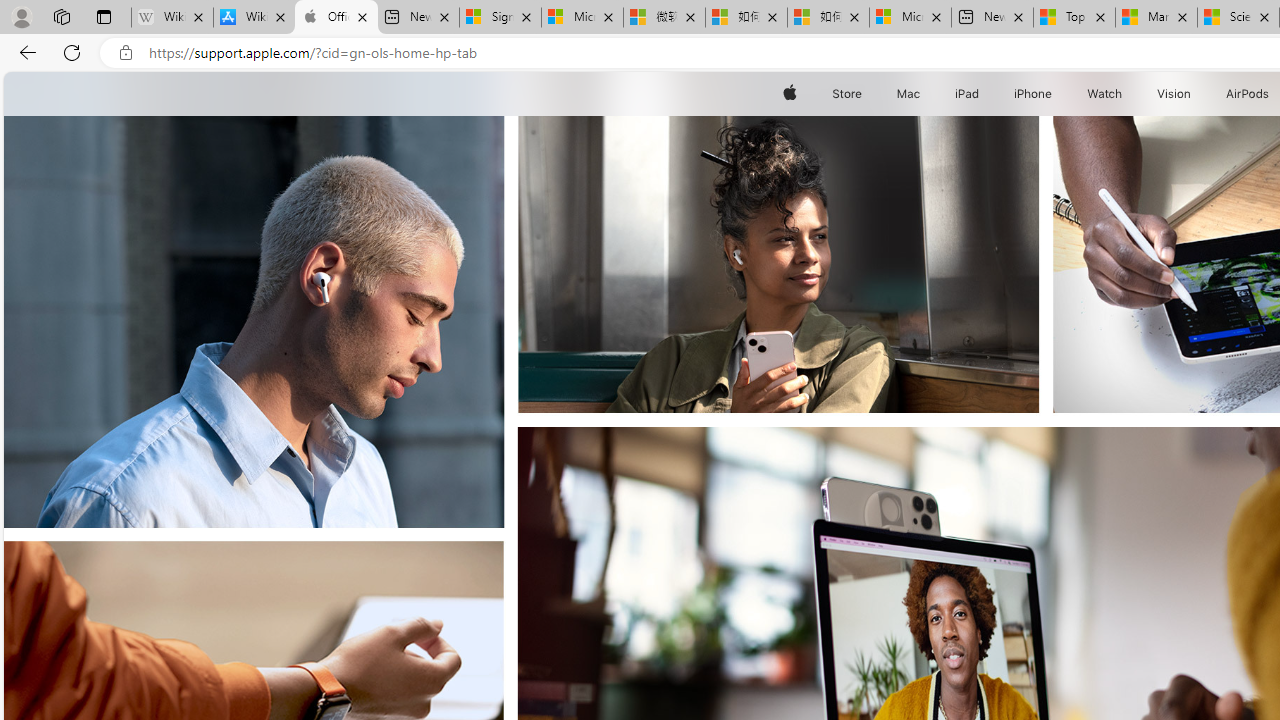 The width and height of the screenshot is (1280, 720). What do you see at coordinates (966, 93) in the screenshot?
I see `'iPad'` at bounding box center [966, 93].